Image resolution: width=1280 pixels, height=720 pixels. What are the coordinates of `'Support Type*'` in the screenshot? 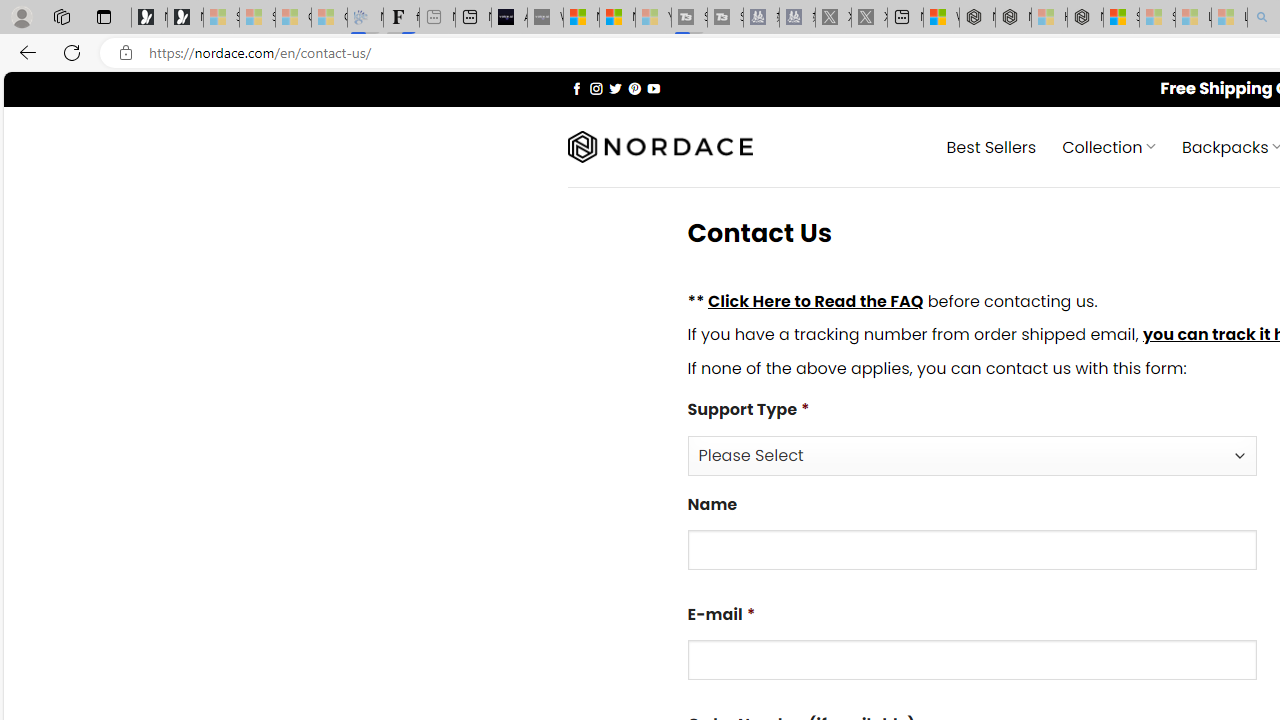 It's located at (972, 455).